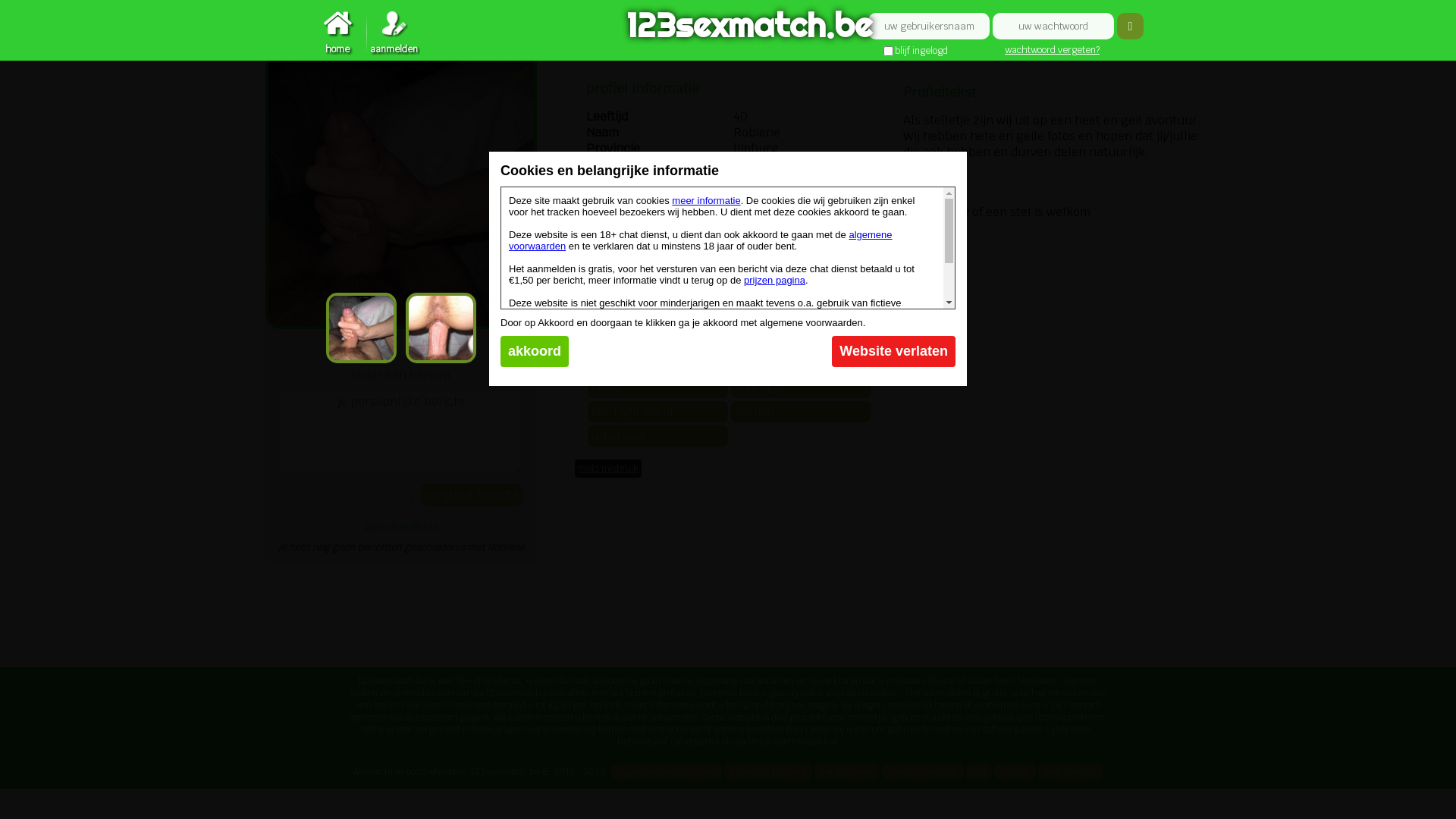 The width and height of the screenshot is (1456, 819). Describe the element at coordinates (337, 33) in the screenshot. I see `'home'` at that location.